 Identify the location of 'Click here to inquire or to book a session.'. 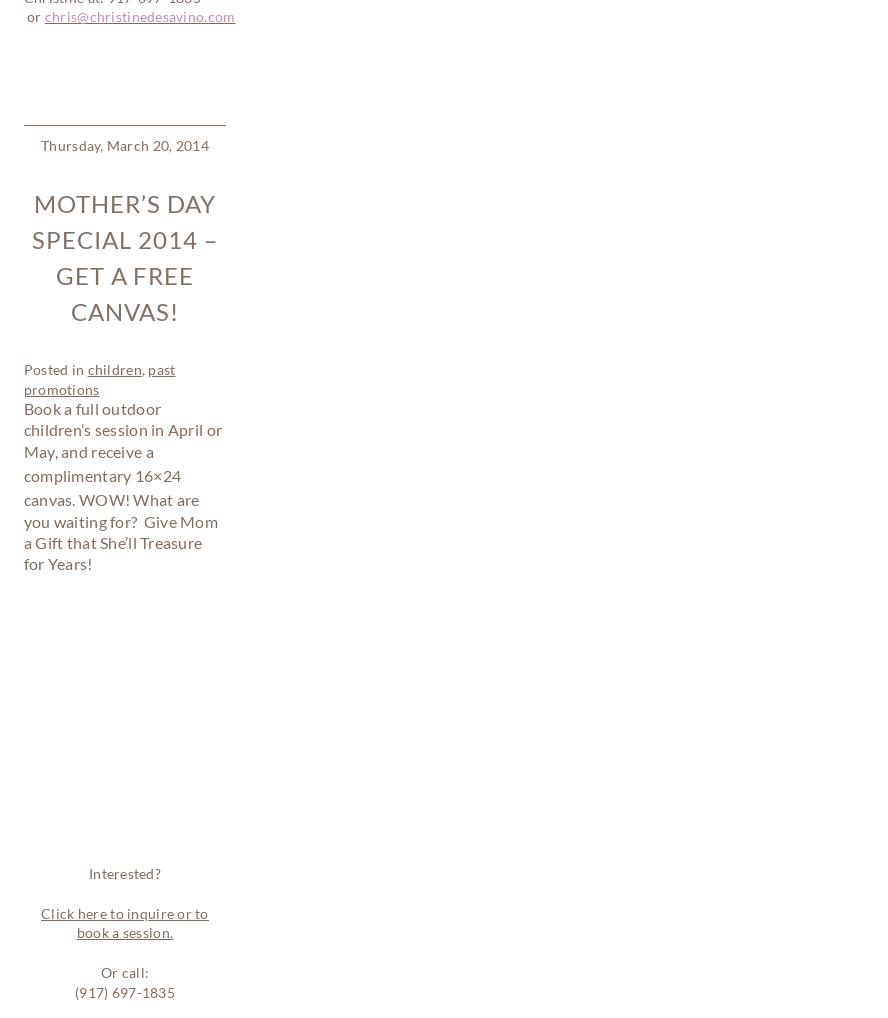
(124, 322).